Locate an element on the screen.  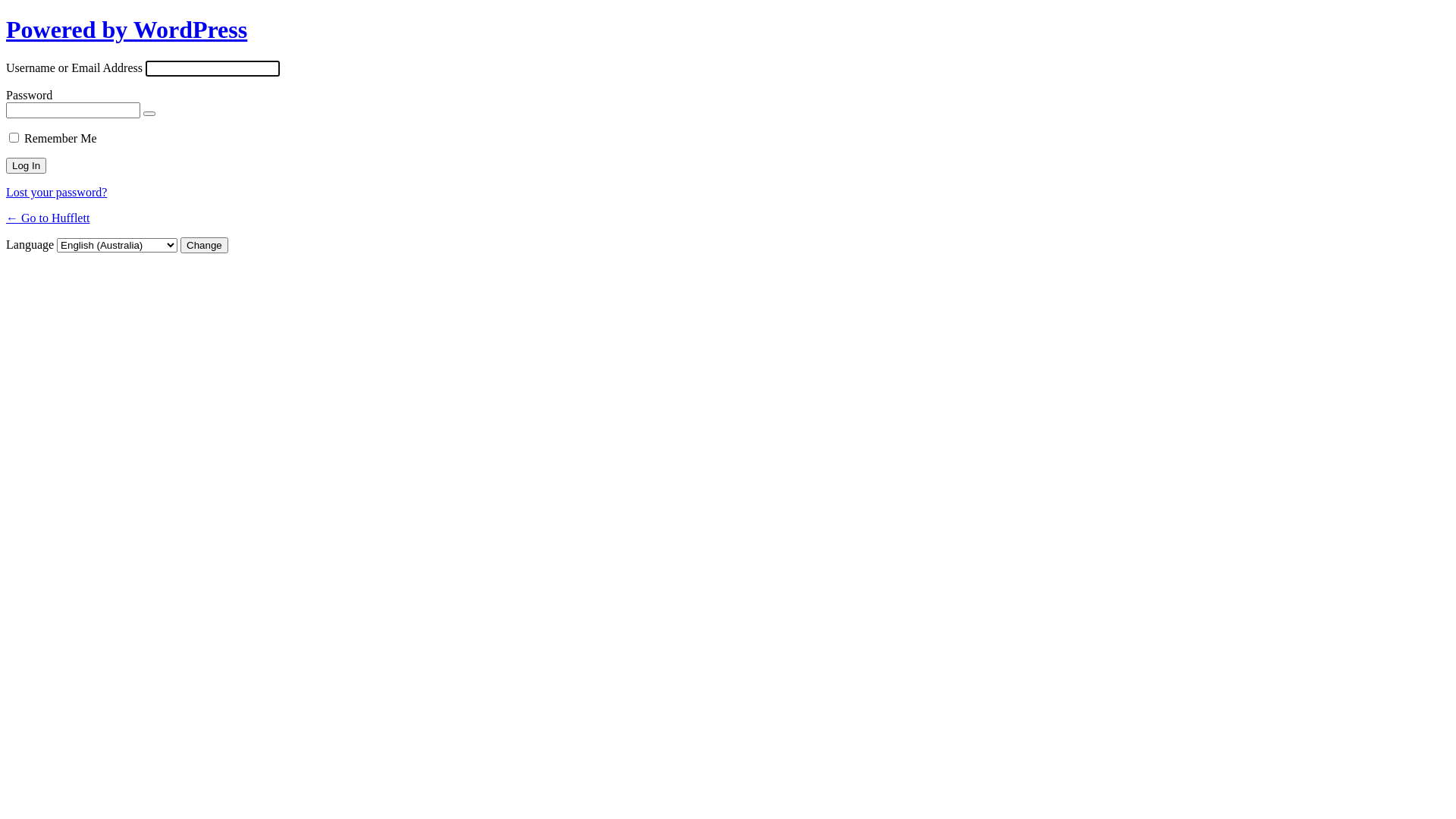
'Lost your password?' is located at coordinates (56, 191).